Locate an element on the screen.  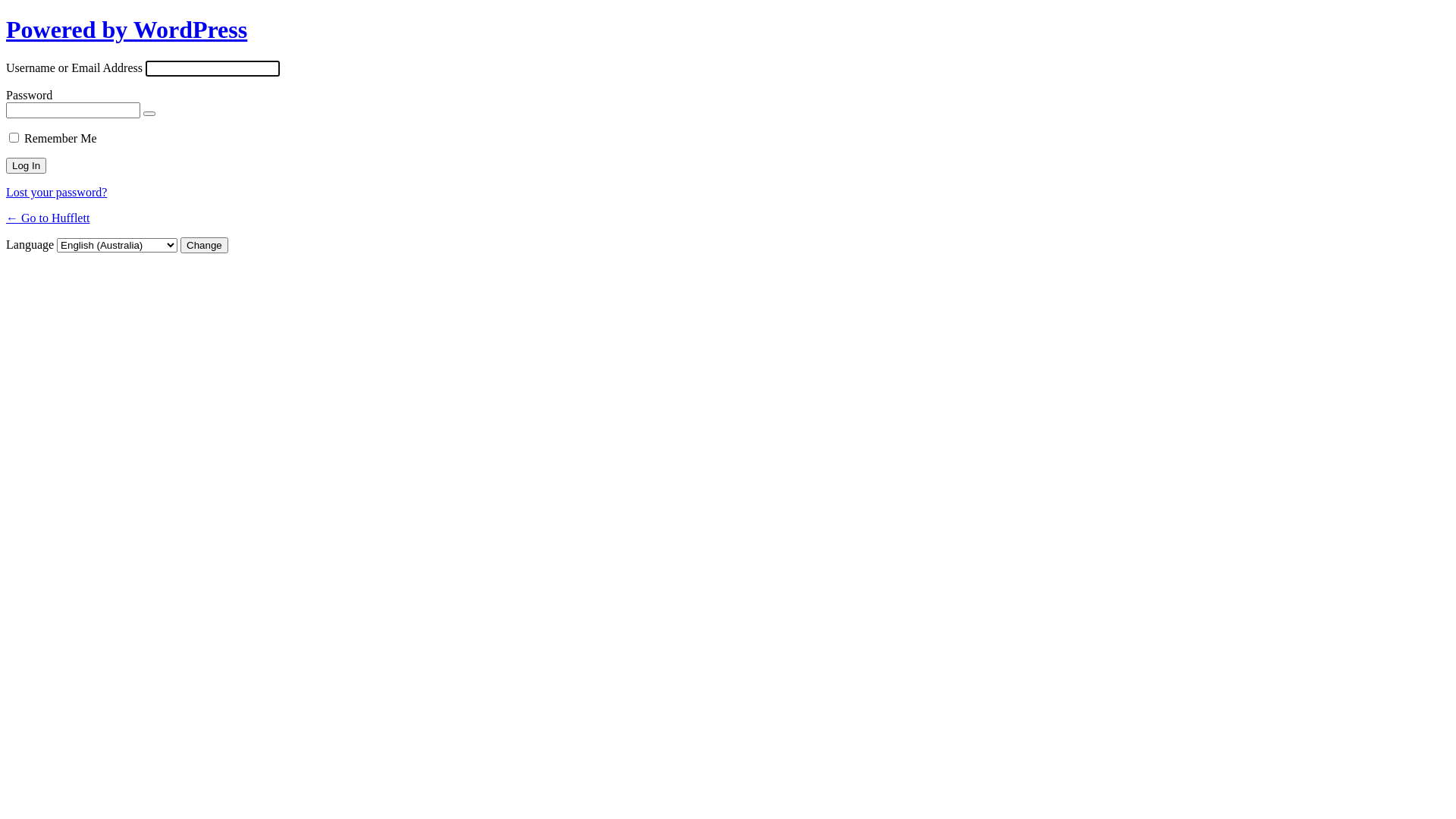
'Lost your password?' is located at coordinates (56, 191).